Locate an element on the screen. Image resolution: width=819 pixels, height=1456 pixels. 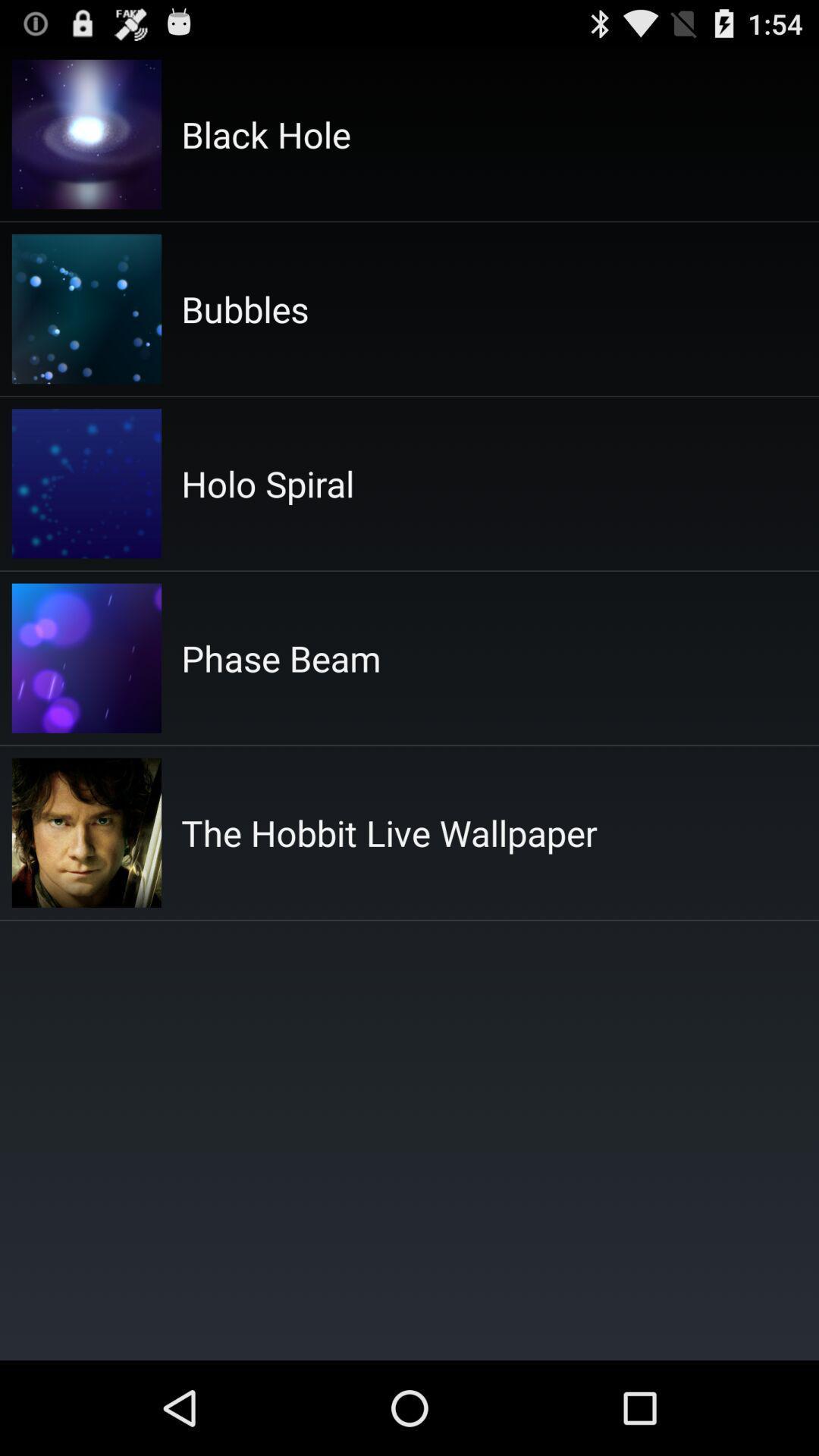
the phase beam icon is located at coordinates (281, 658).